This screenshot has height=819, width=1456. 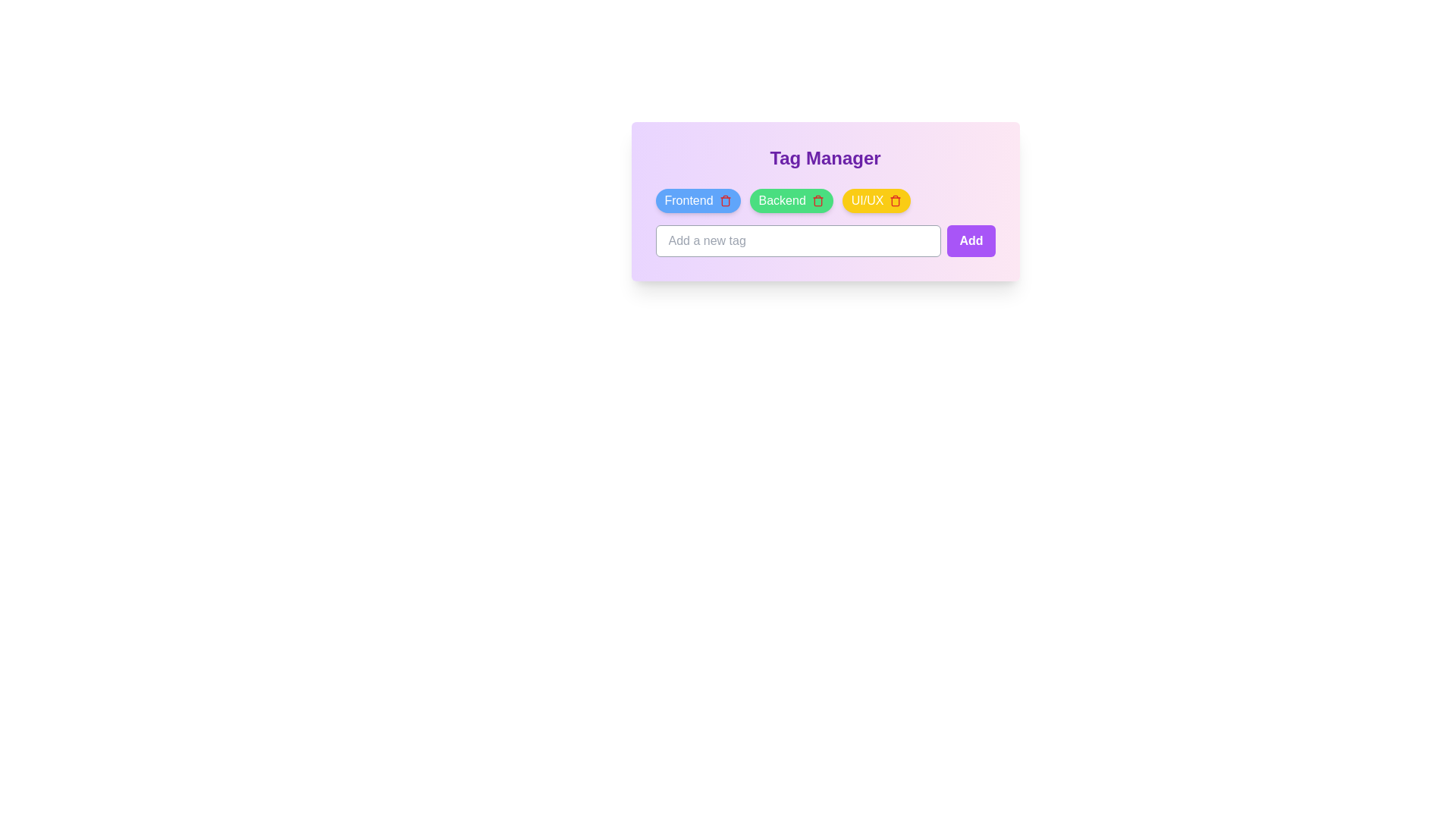 What do you see at coordinates (817, 200) in the screenshot?
I see `the trash icon of the tag named Backend to delete it` at bounding box center [817, 200].